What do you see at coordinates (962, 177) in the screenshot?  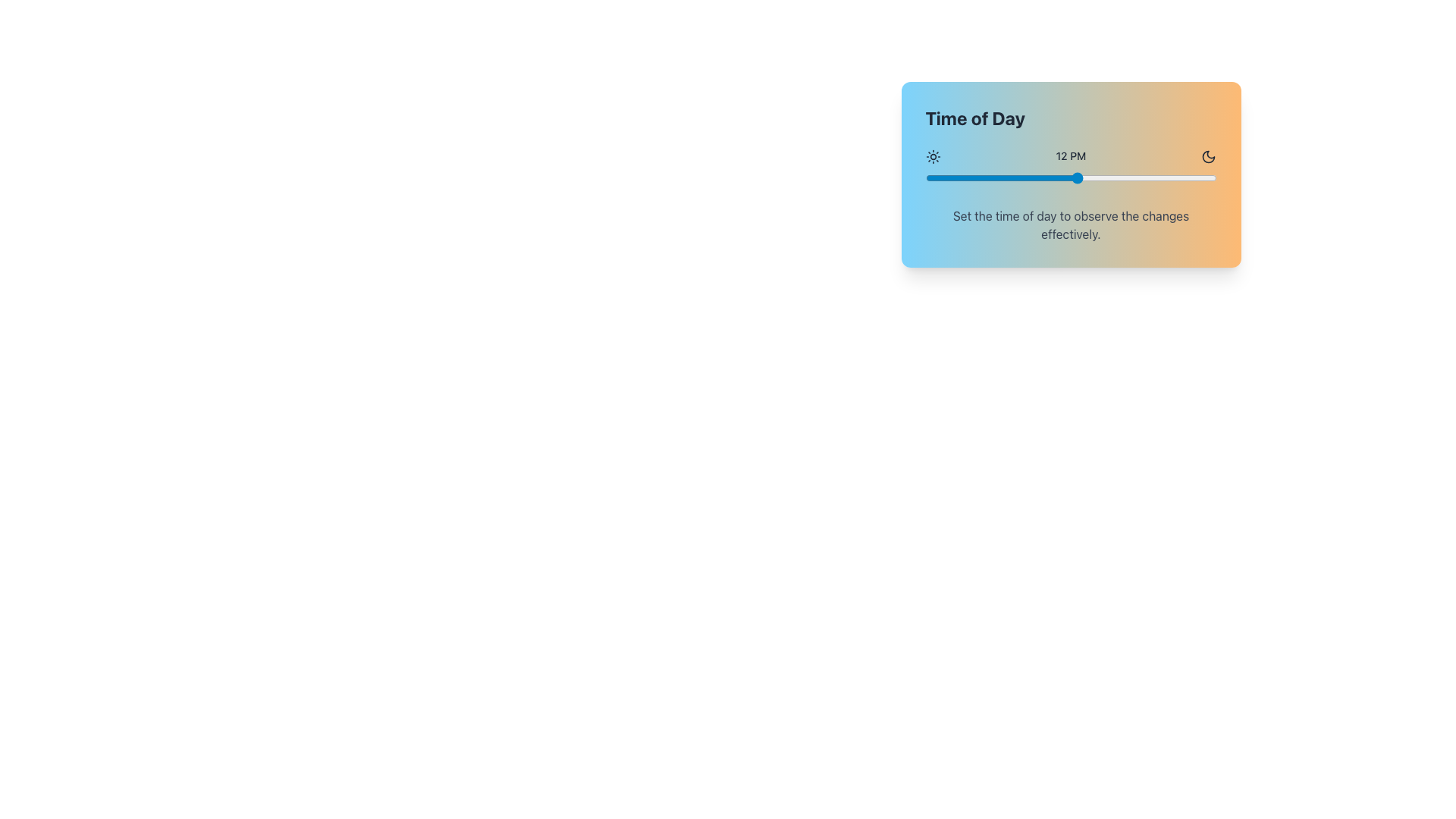 I see `the time of day` at bounding box center [962, 177].